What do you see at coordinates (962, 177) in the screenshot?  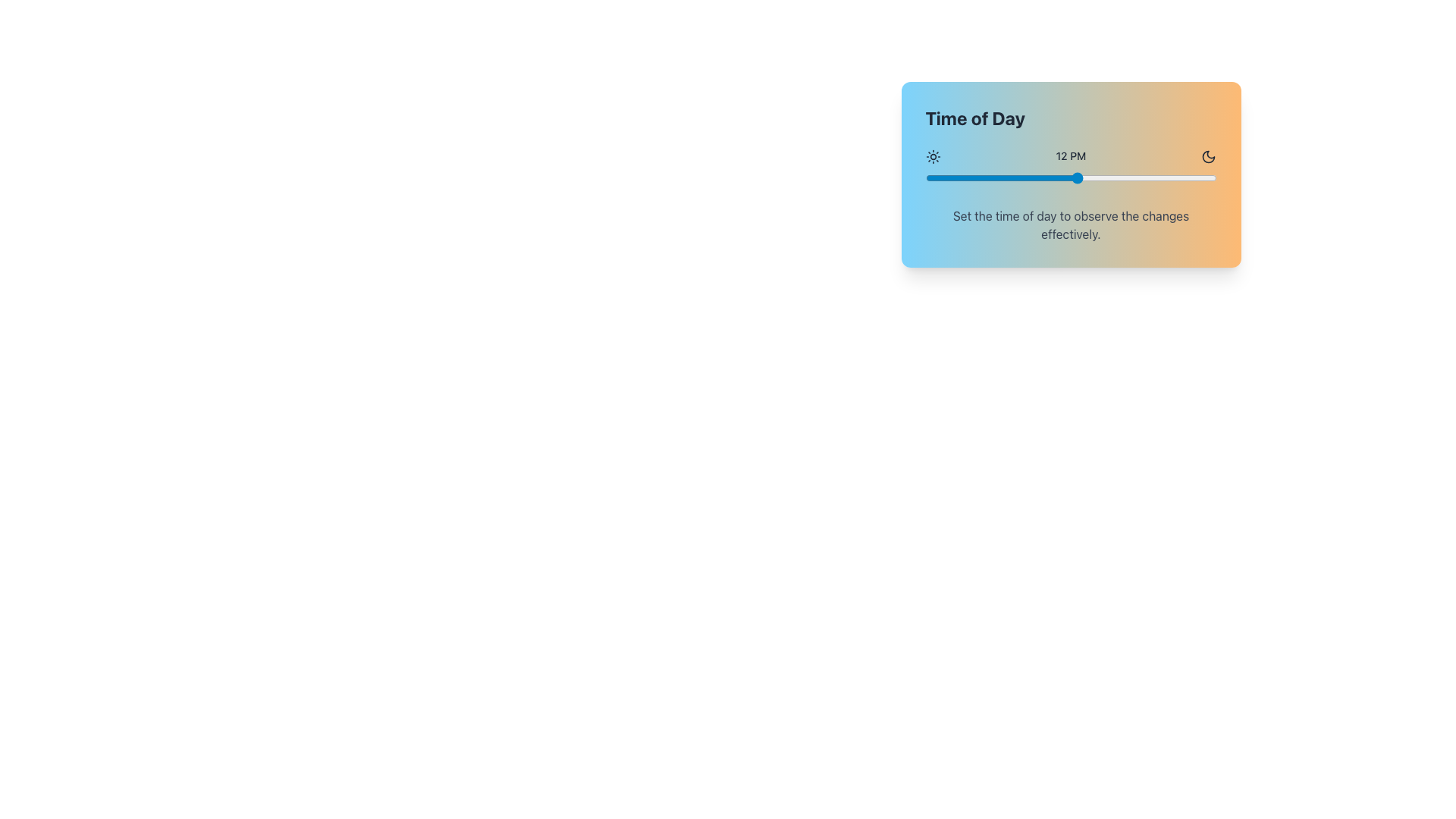 I see `the time of day` at bounding box center [962, 177].